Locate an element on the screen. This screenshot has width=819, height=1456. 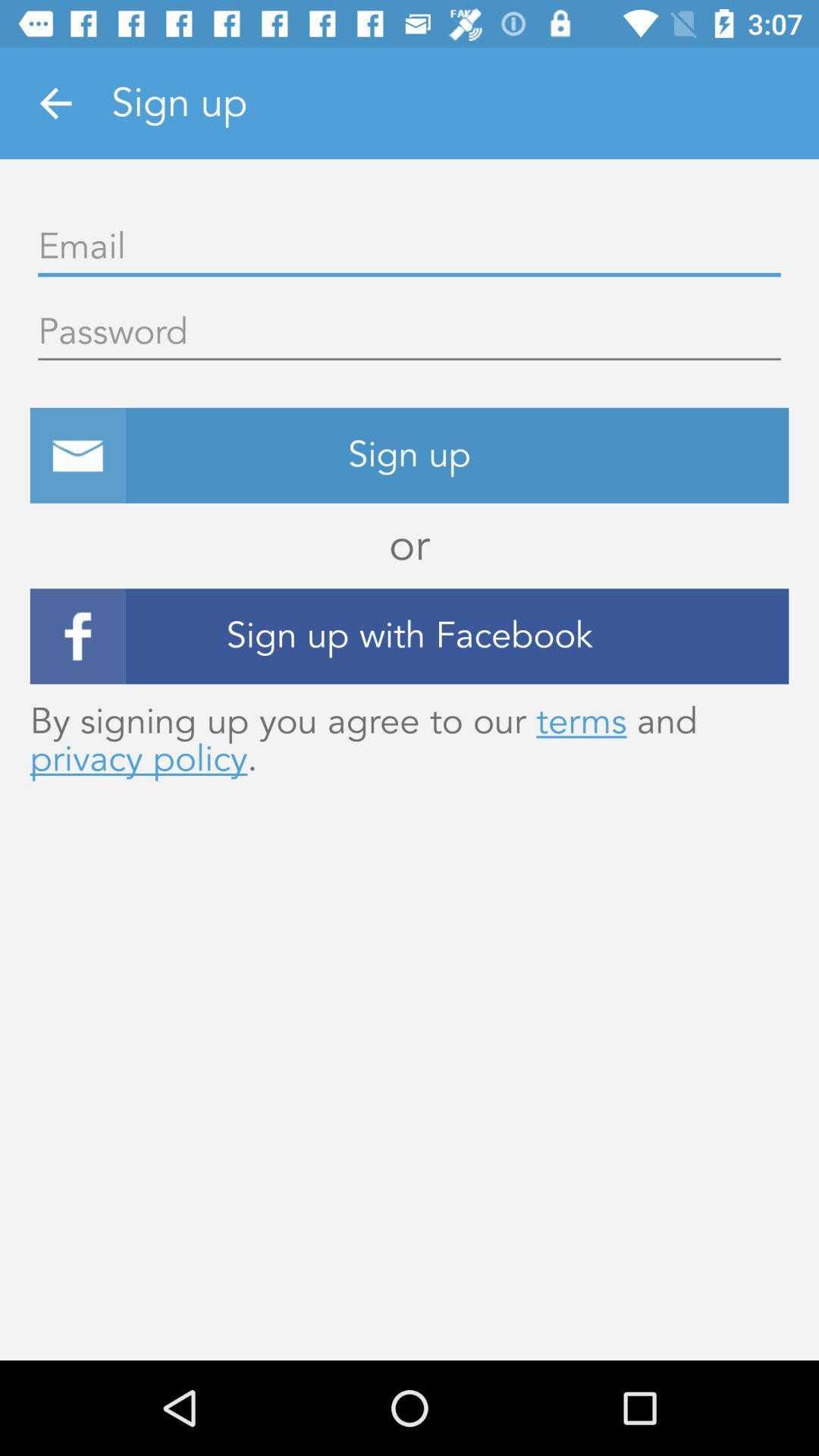
the icon at the top left corner is located at coordinates (55, 102).